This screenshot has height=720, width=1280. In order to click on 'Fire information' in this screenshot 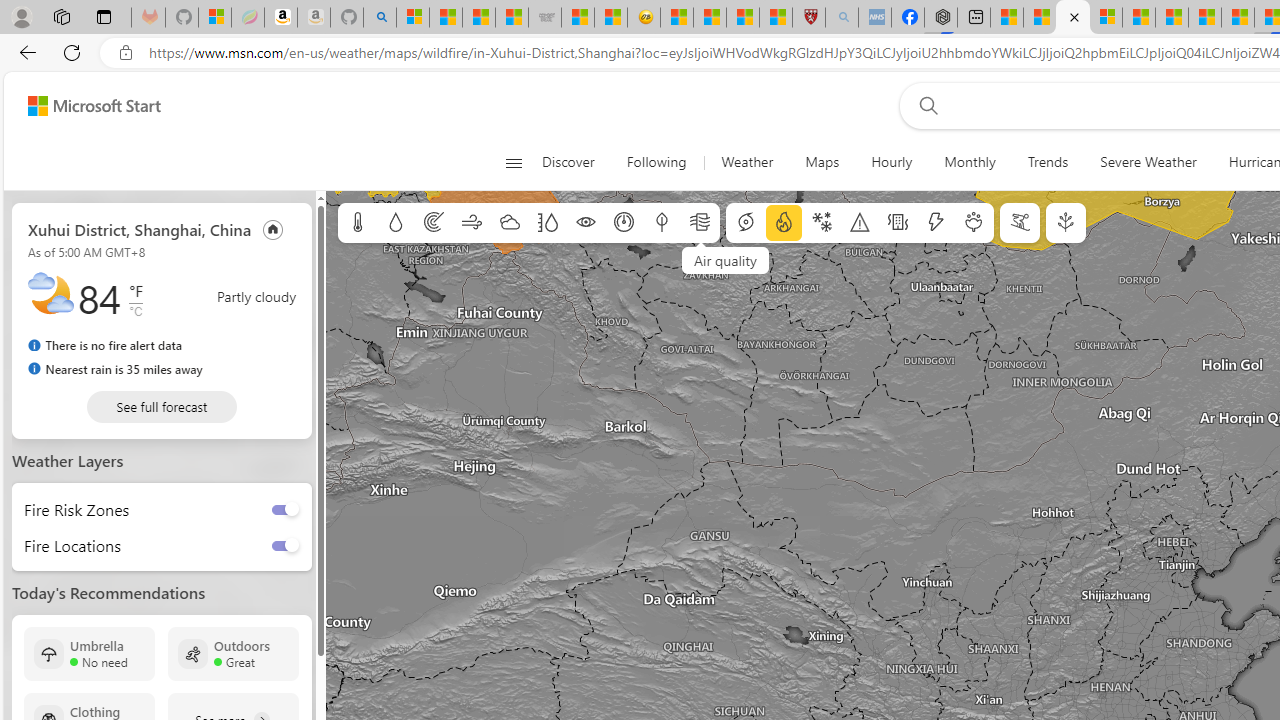, I will do `click(783, 223)`.